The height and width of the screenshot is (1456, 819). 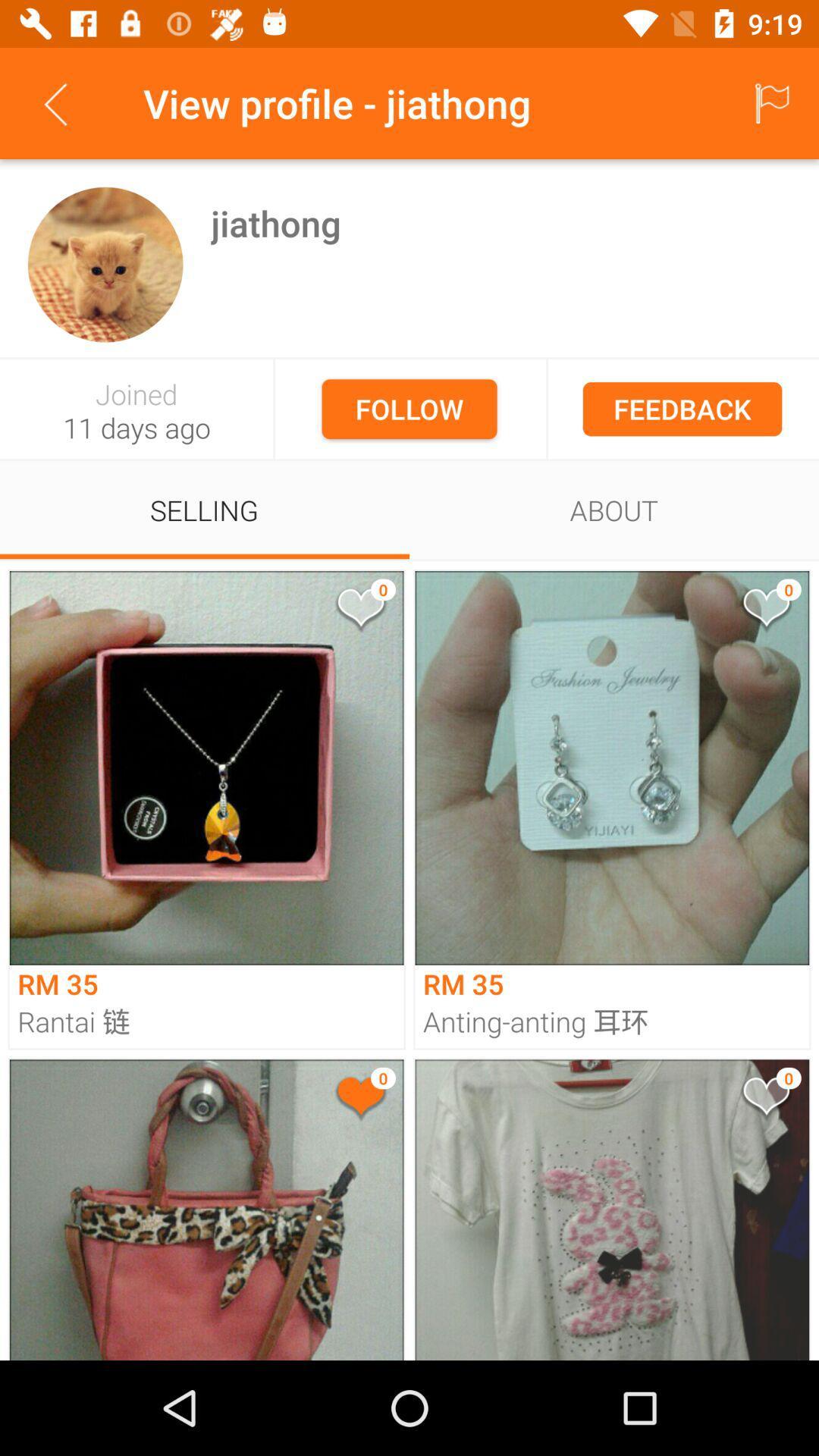 What do you see at coordinates (765, 610) in the screenshot?
I see `love it` at bounding box center [765, 610].